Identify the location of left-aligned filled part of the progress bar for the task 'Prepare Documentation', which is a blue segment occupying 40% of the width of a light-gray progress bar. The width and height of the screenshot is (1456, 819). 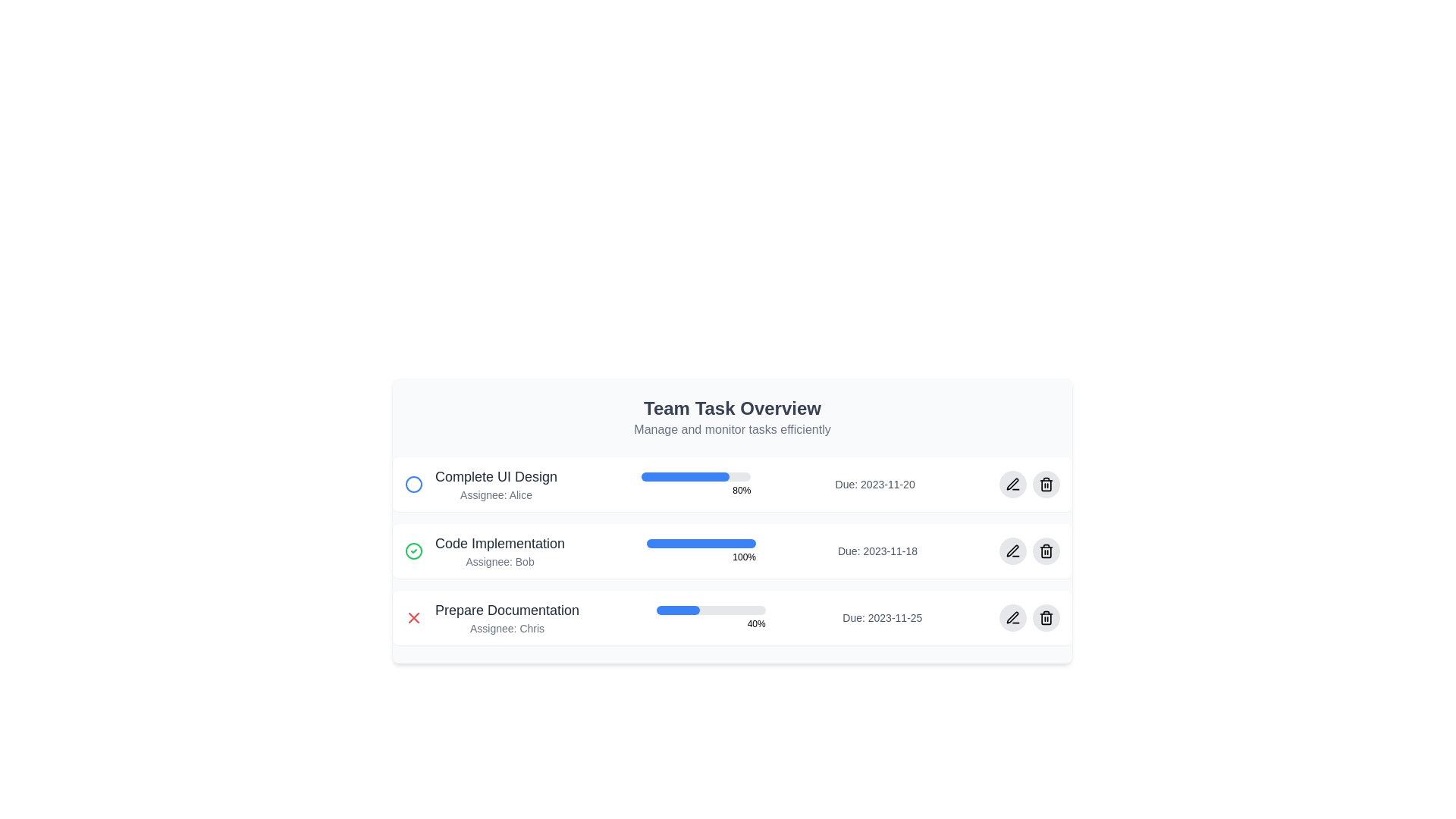
(677, 610).